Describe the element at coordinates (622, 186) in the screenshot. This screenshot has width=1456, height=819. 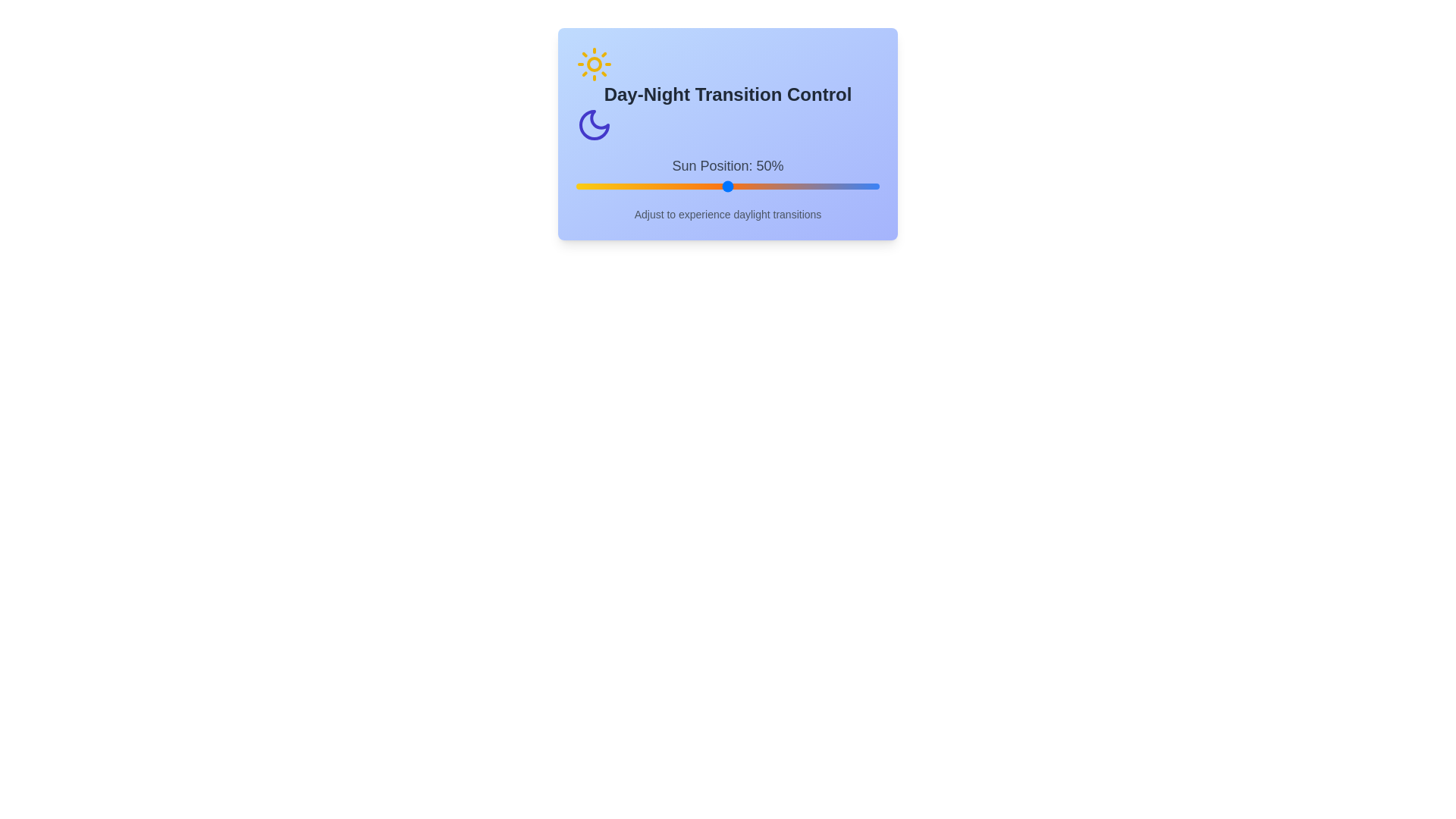
I see `the sun position slider to 15%` at that location.